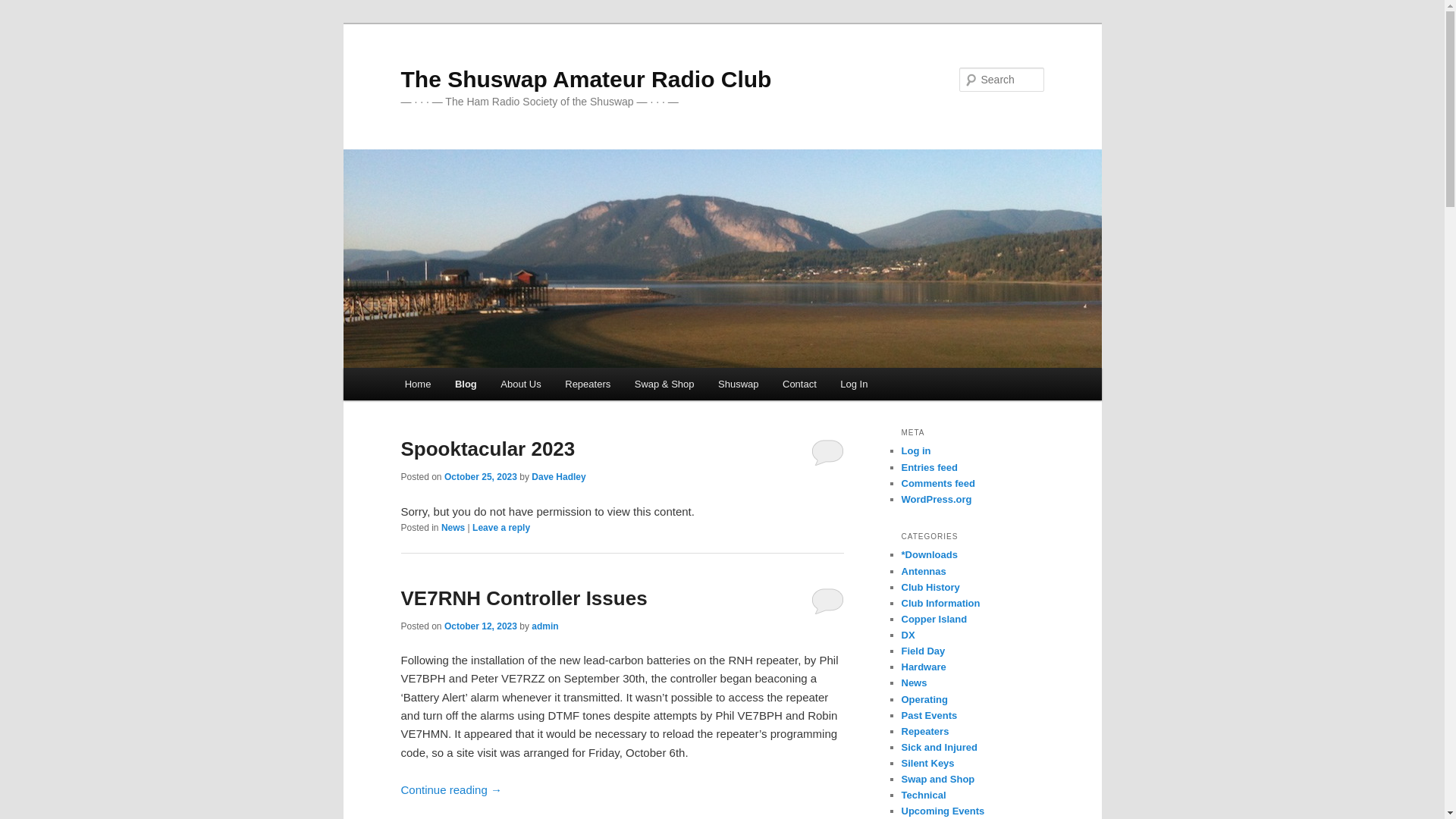 Image resolution: width=1456 pixels, height=819 pixels. I want to click on 'Log In', so click(828, 383).